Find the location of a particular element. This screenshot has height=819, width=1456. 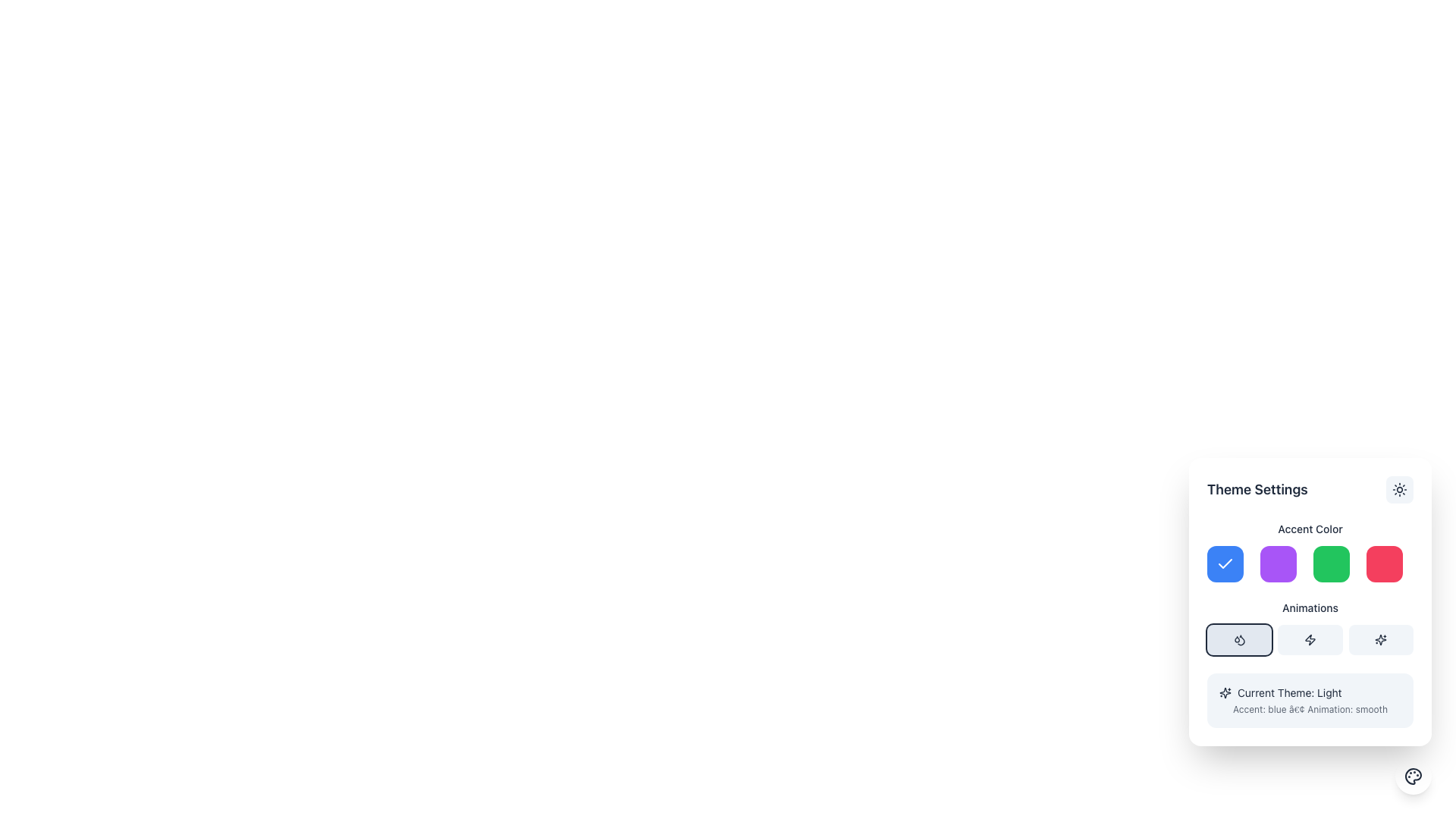

the purple color selection button, which is the second option in its row, positioned between the blue button on the left and the green button on the right is located at coordinates (1277, 564).